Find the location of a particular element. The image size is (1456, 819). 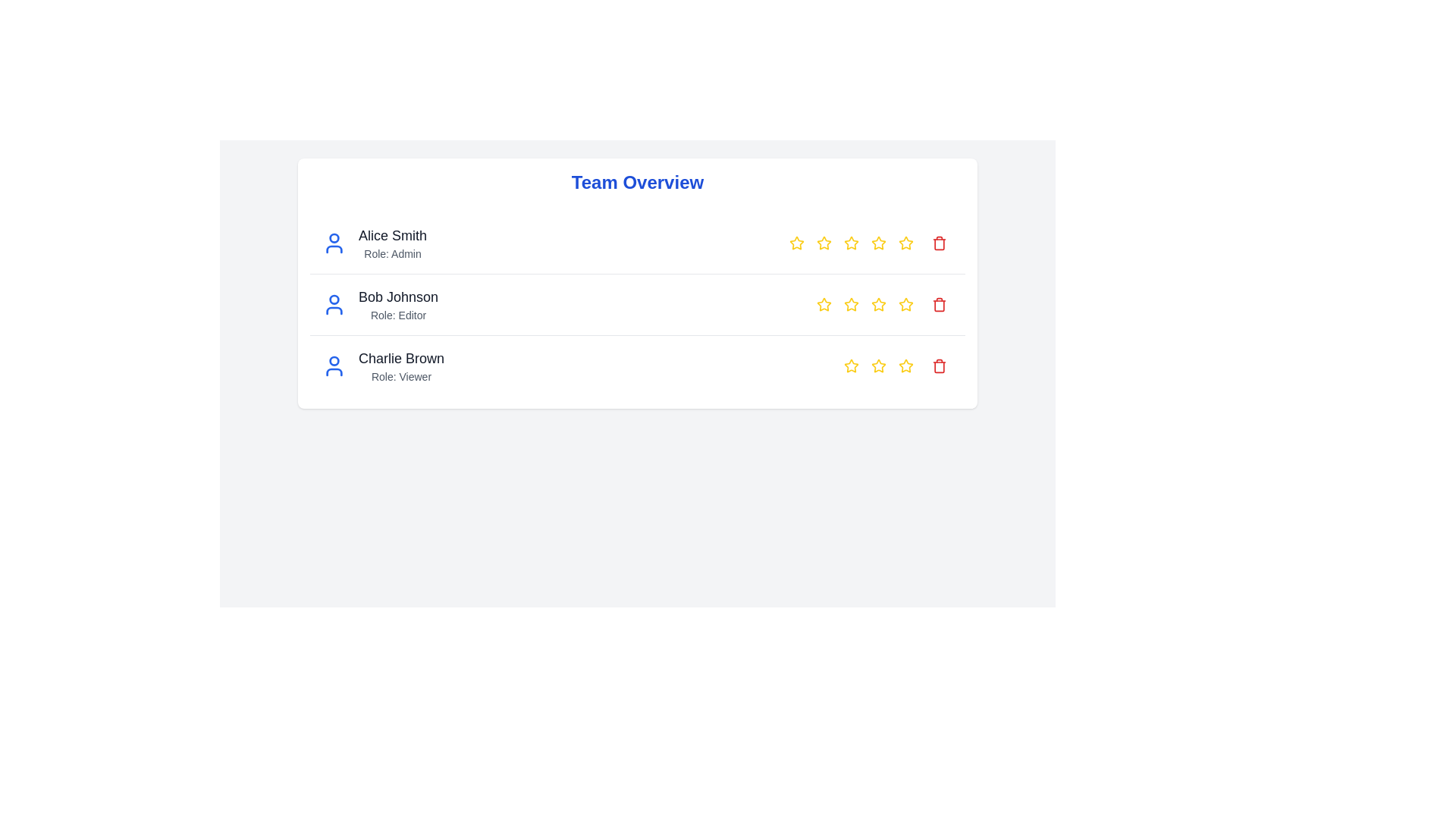

the Text label indicating the role associated with the person 'Bob Johnson', located below his name in the second row of the list is located at coordinates (398, 315).